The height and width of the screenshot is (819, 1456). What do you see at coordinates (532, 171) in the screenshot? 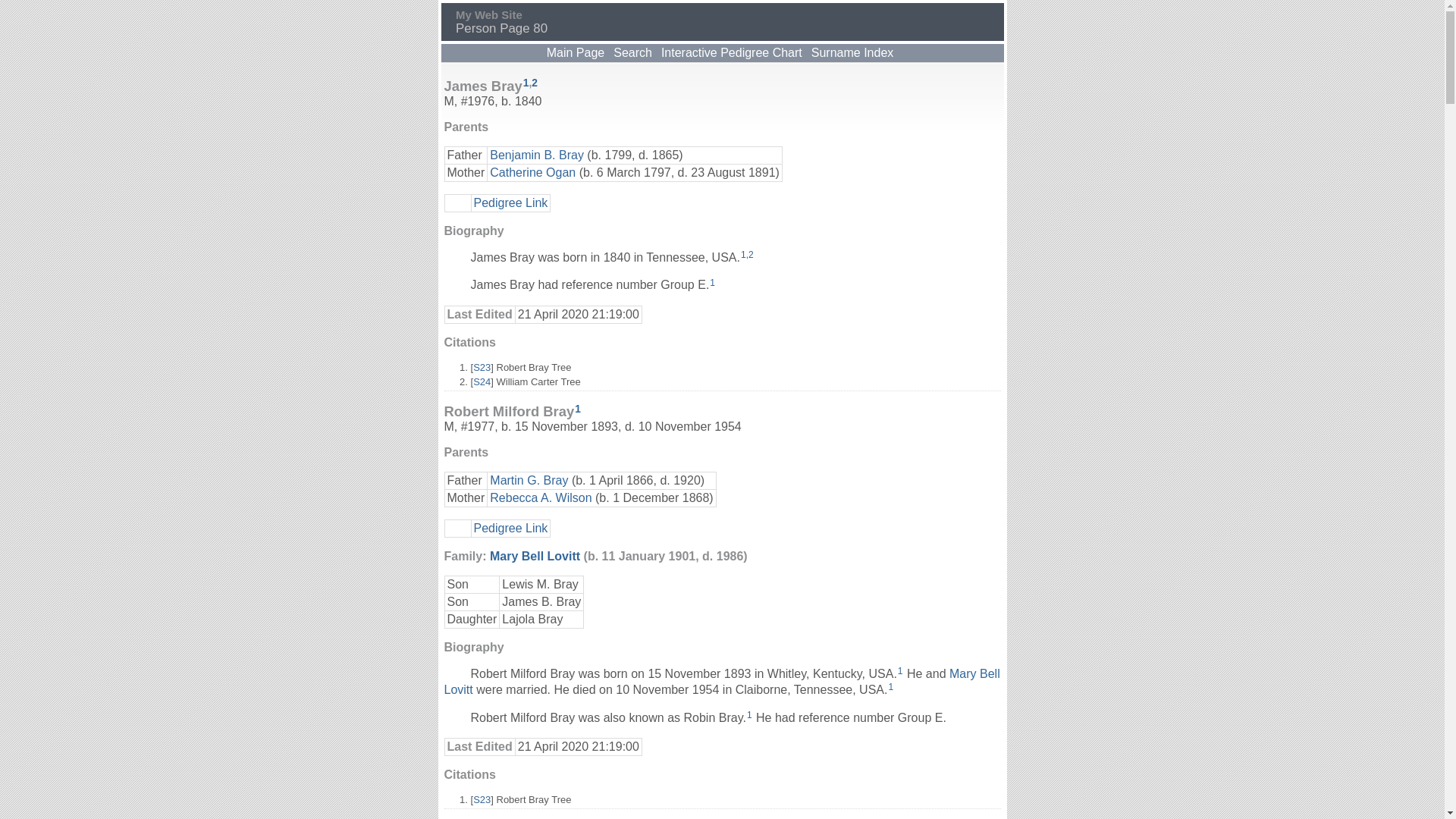
I see `'Catherine Ogan'` at bounding box center [532, 171].